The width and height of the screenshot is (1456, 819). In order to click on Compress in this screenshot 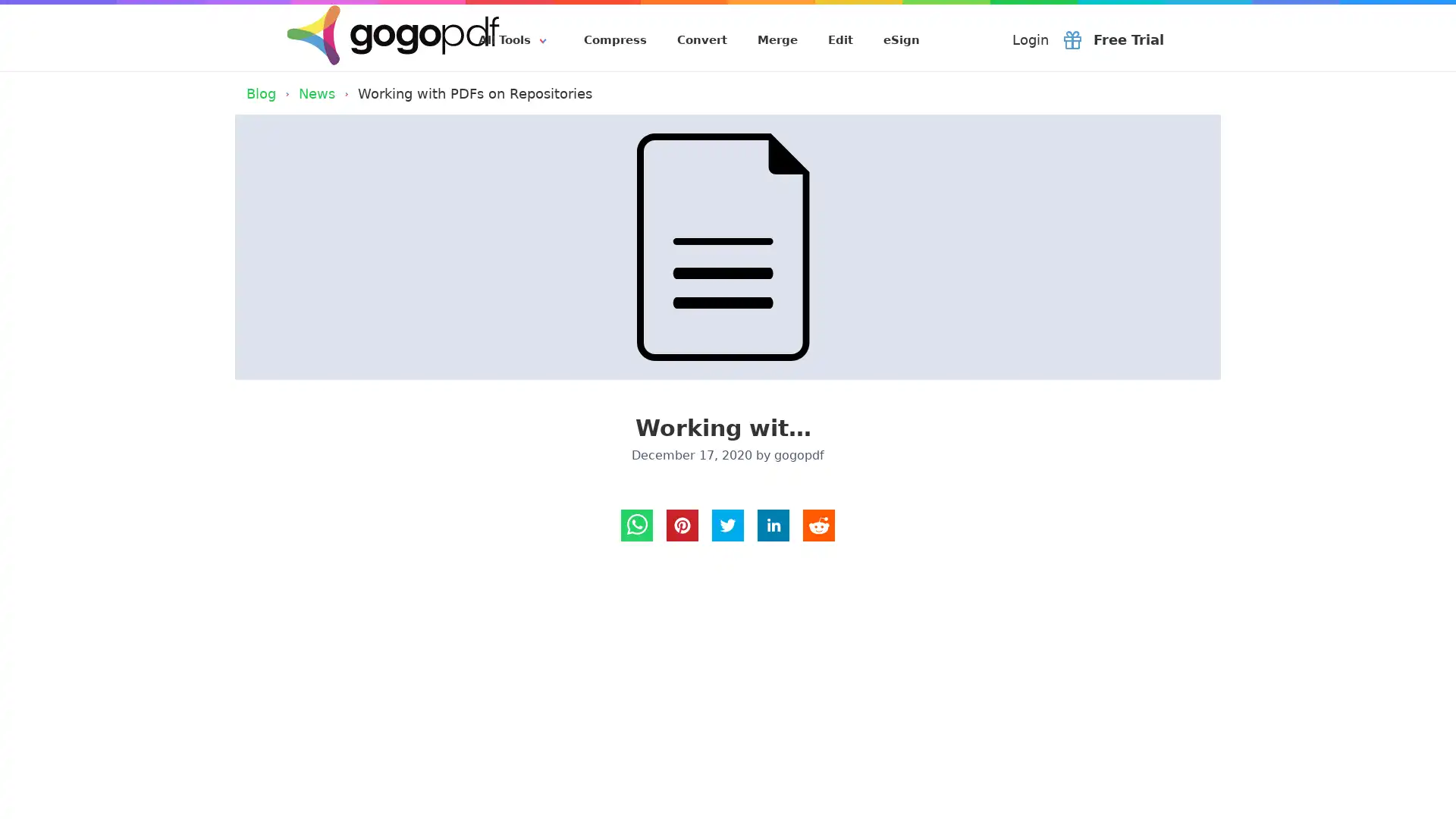, I will do `click(615, 39)`.